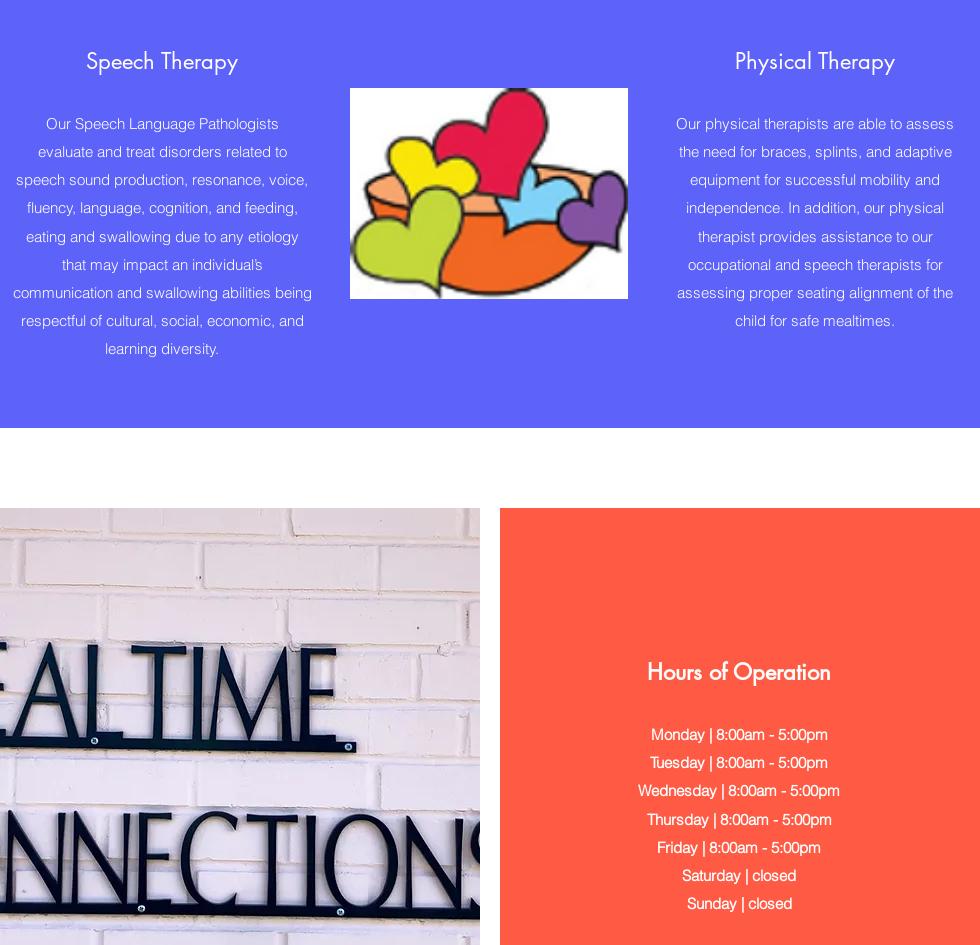  What do you see at coordinates (739, 874) in the screenshot?
I see `'Saturday | closed'` at bounding box center [739, 874].